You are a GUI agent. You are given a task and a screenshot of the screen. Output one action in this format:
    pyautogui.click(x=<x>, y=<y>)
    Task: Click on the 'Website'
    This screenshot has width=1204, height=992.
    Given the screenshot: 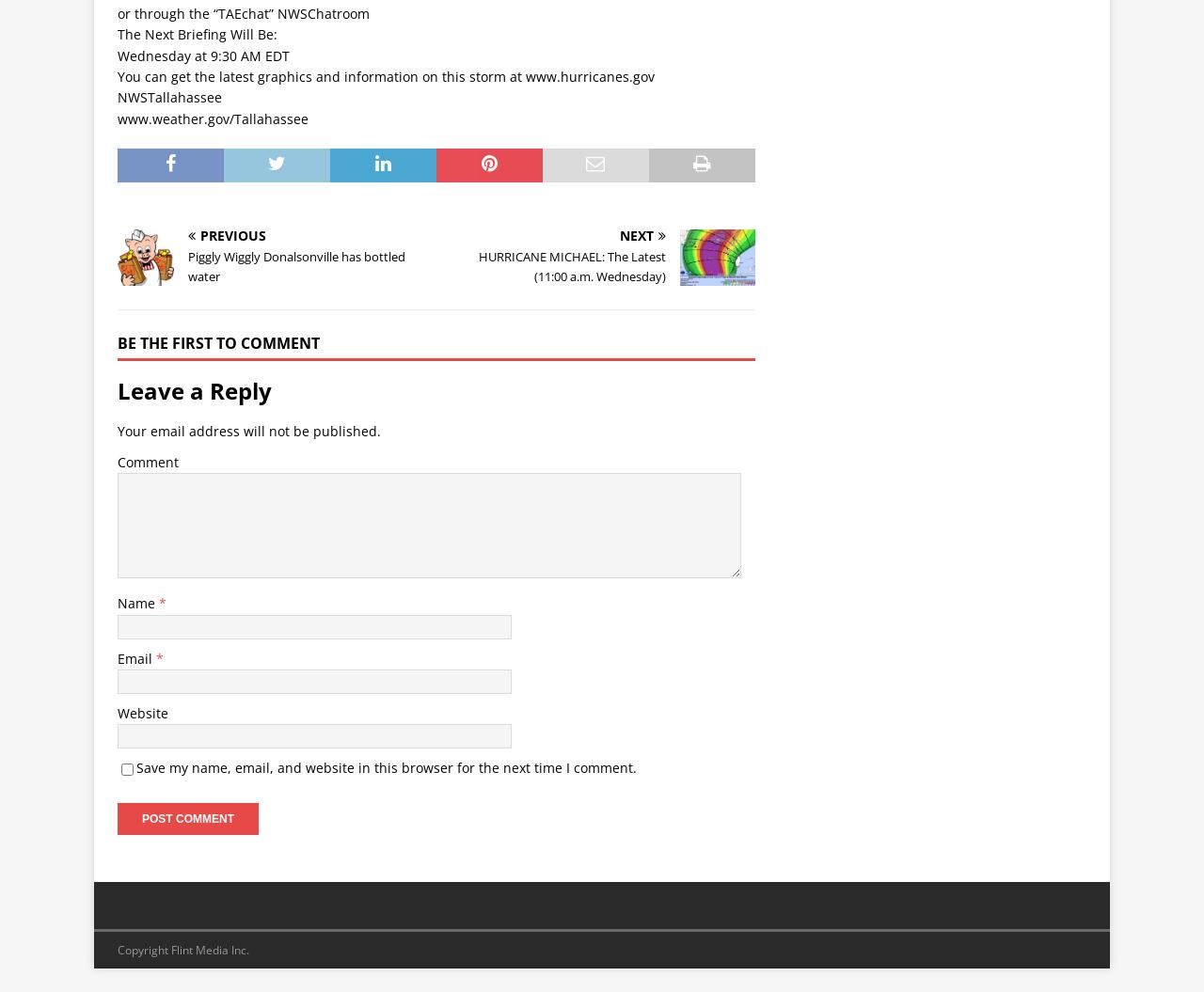 What is the action you would take?
    pyautogui.click(x=117, y=713)
    